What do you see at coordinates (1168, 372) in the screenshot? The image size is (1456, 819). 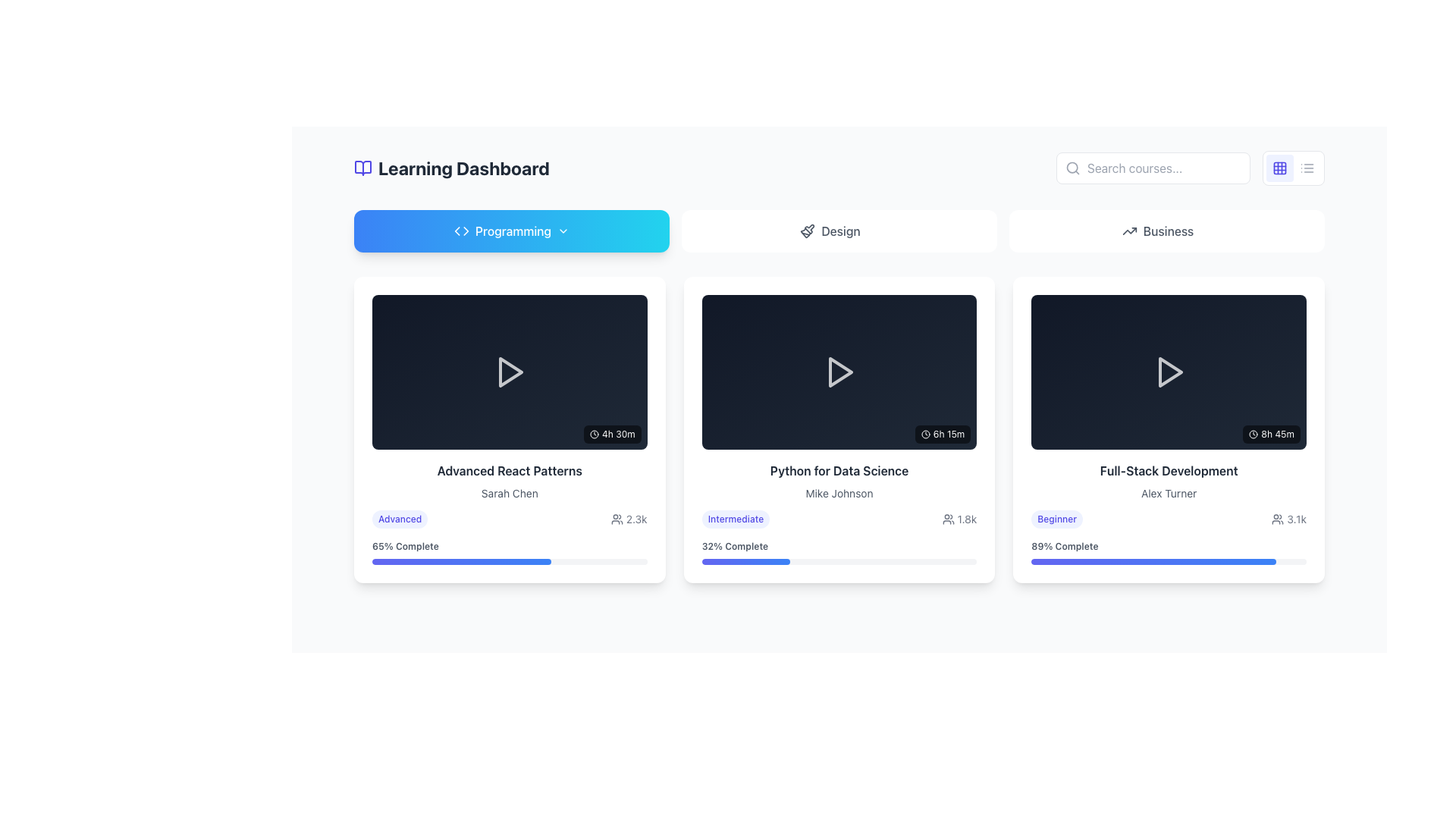 I see `the play button located at the bottom right of the 'Programming' section in the 'Full-Stack Development' card to change its opacity` at bounding box center [1168, 372].